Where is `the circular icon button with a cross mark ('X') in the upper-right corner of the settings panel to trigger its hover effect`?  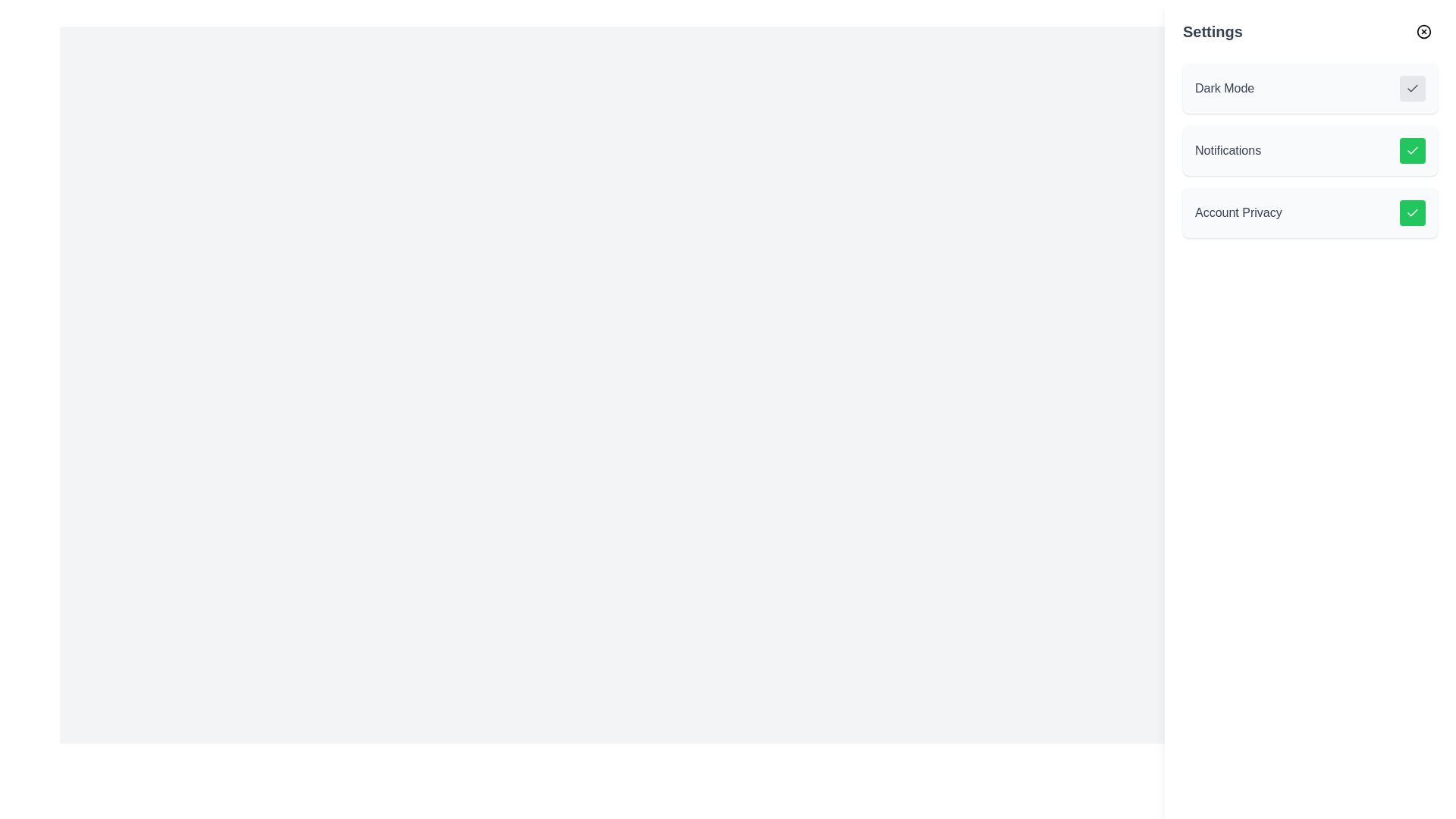 the circular icon button with a cross mark ('X') in the upper-right corner of the settings panel to trigger its hover effect is located at coordinates (1423, 32).